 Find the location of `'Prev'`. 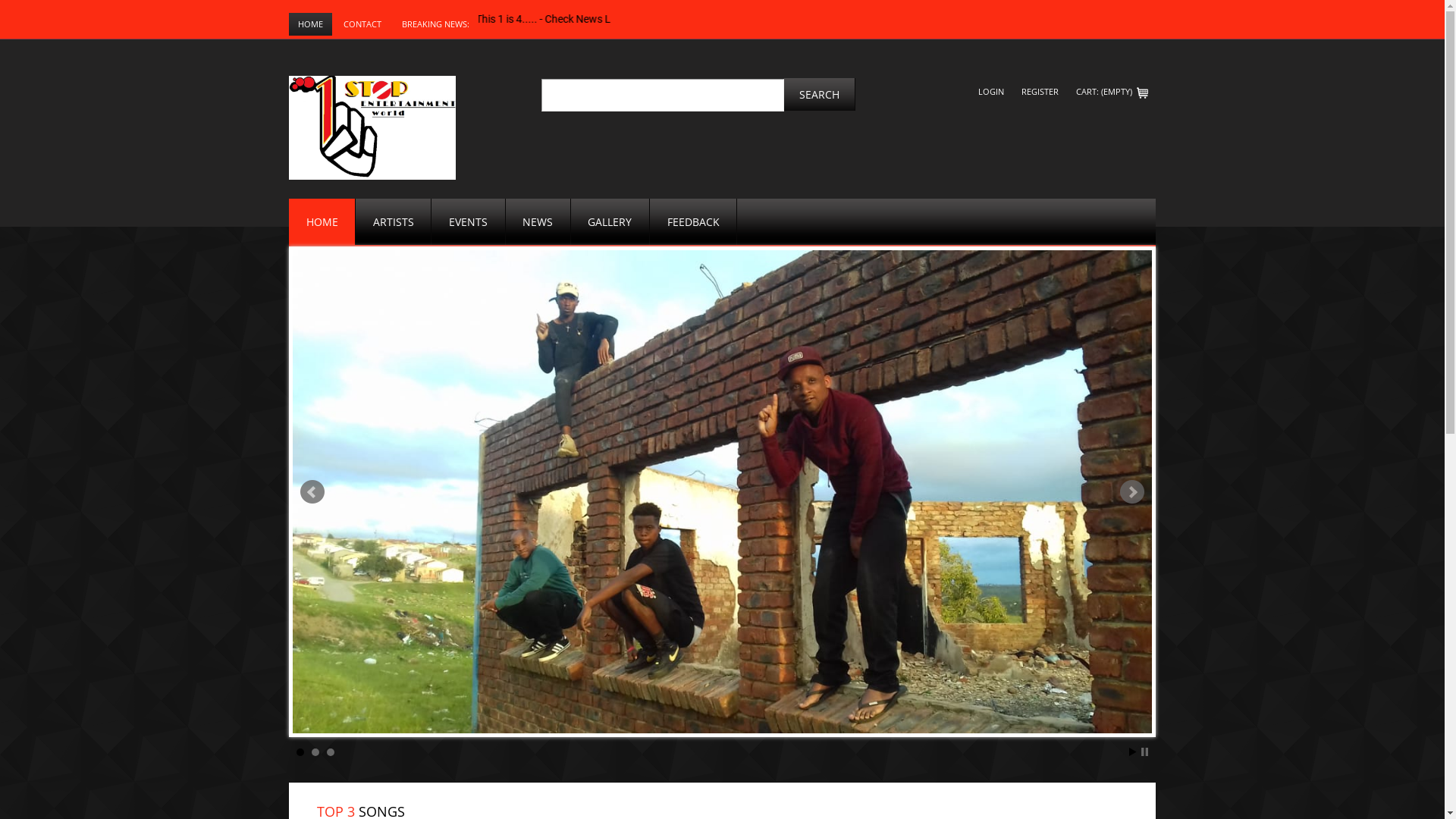

'Prev' is located at coordinates (312, 491).